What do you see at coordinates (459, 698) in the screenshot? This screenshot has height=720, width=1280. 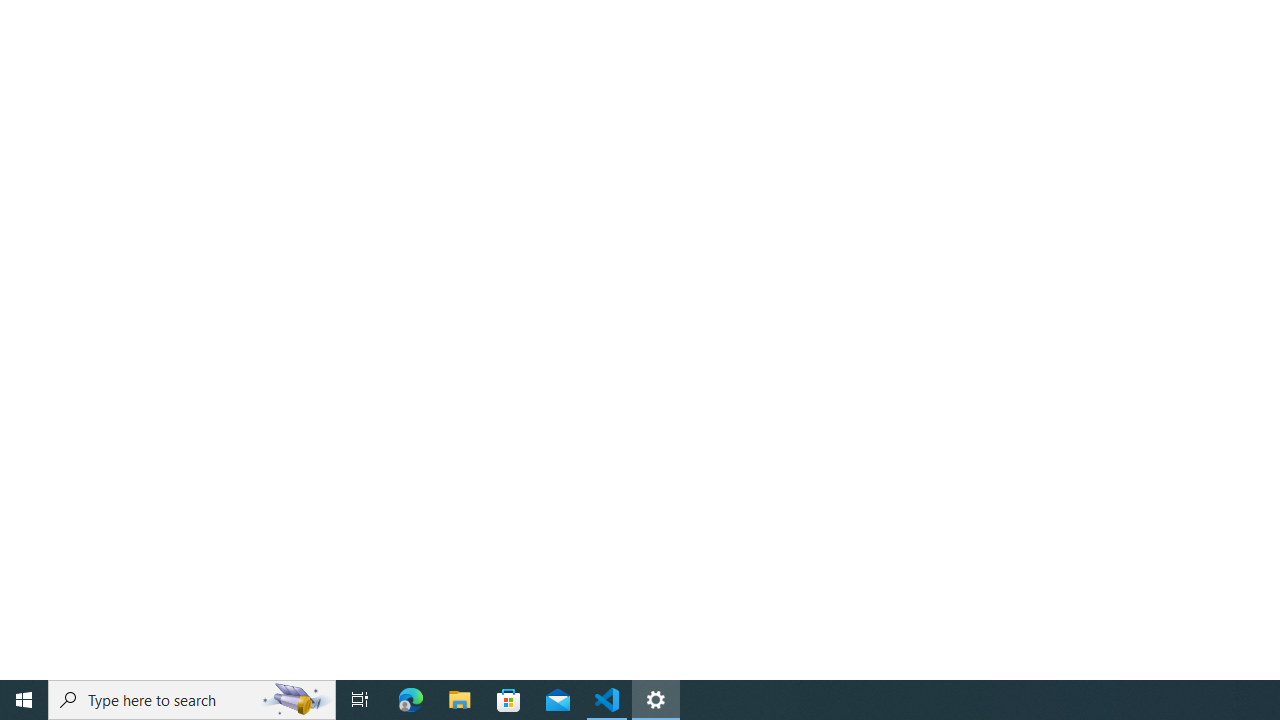 I see `'File Explorer'` at bounding box center [459, 698].